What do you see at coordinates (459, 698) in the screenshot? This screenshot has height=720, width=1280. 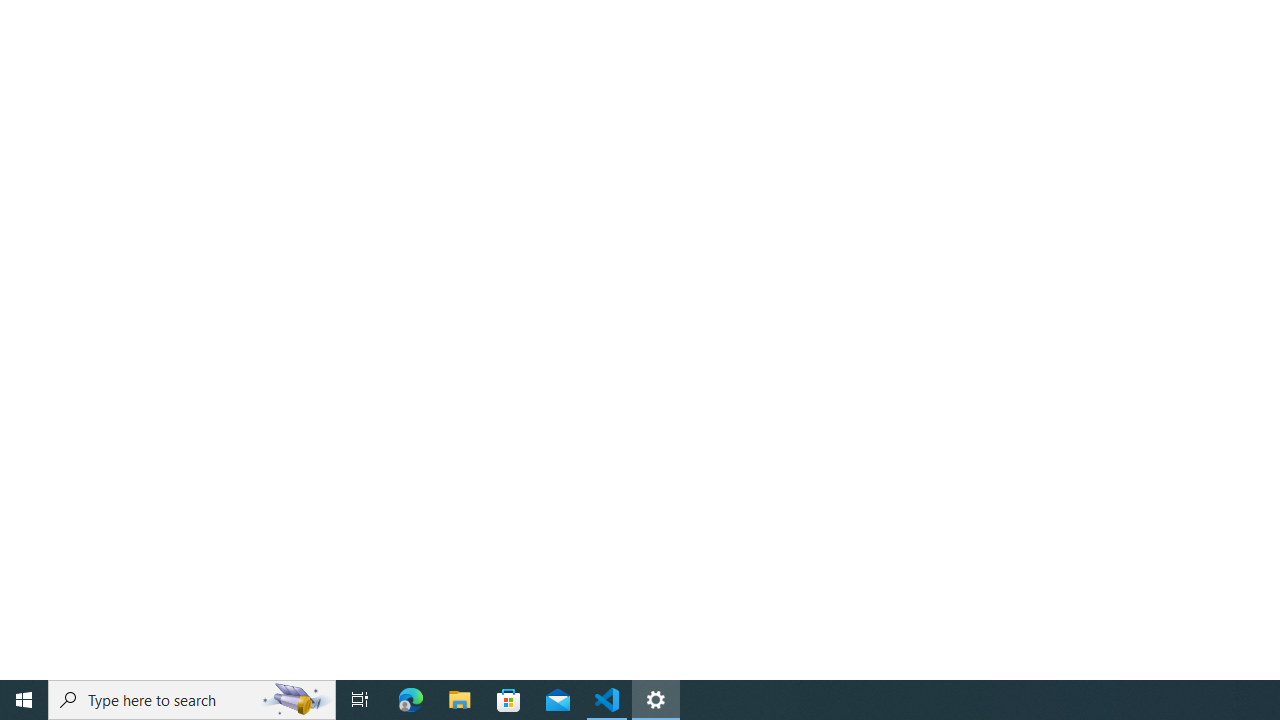 I see `'File Explorer'` at bounding box center [459, 698].